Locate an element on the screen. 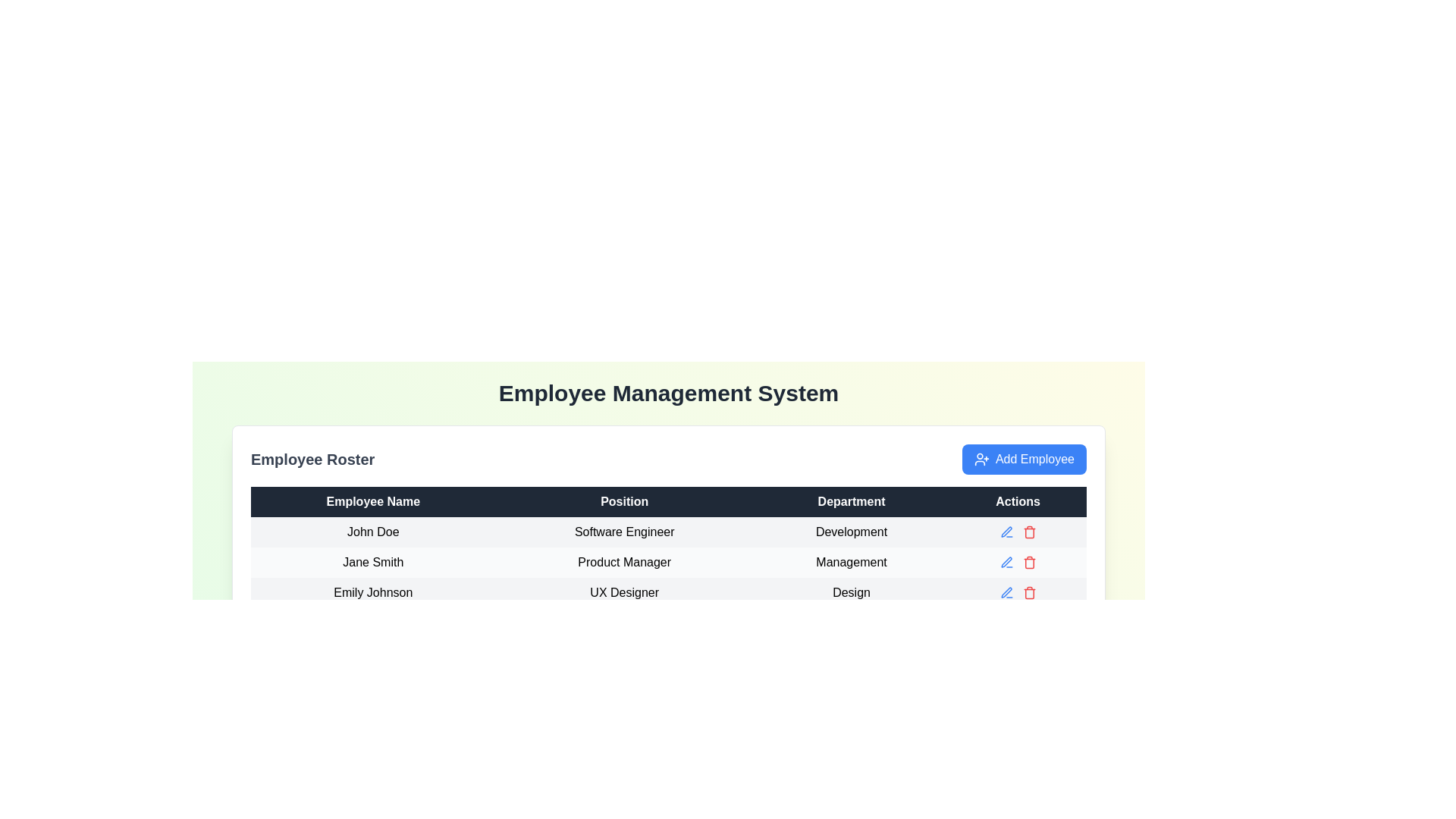 This screenshot has height=819, width=1456. the red trashcan icon button in the third row of the action column is located at coordinates (1029, 532).